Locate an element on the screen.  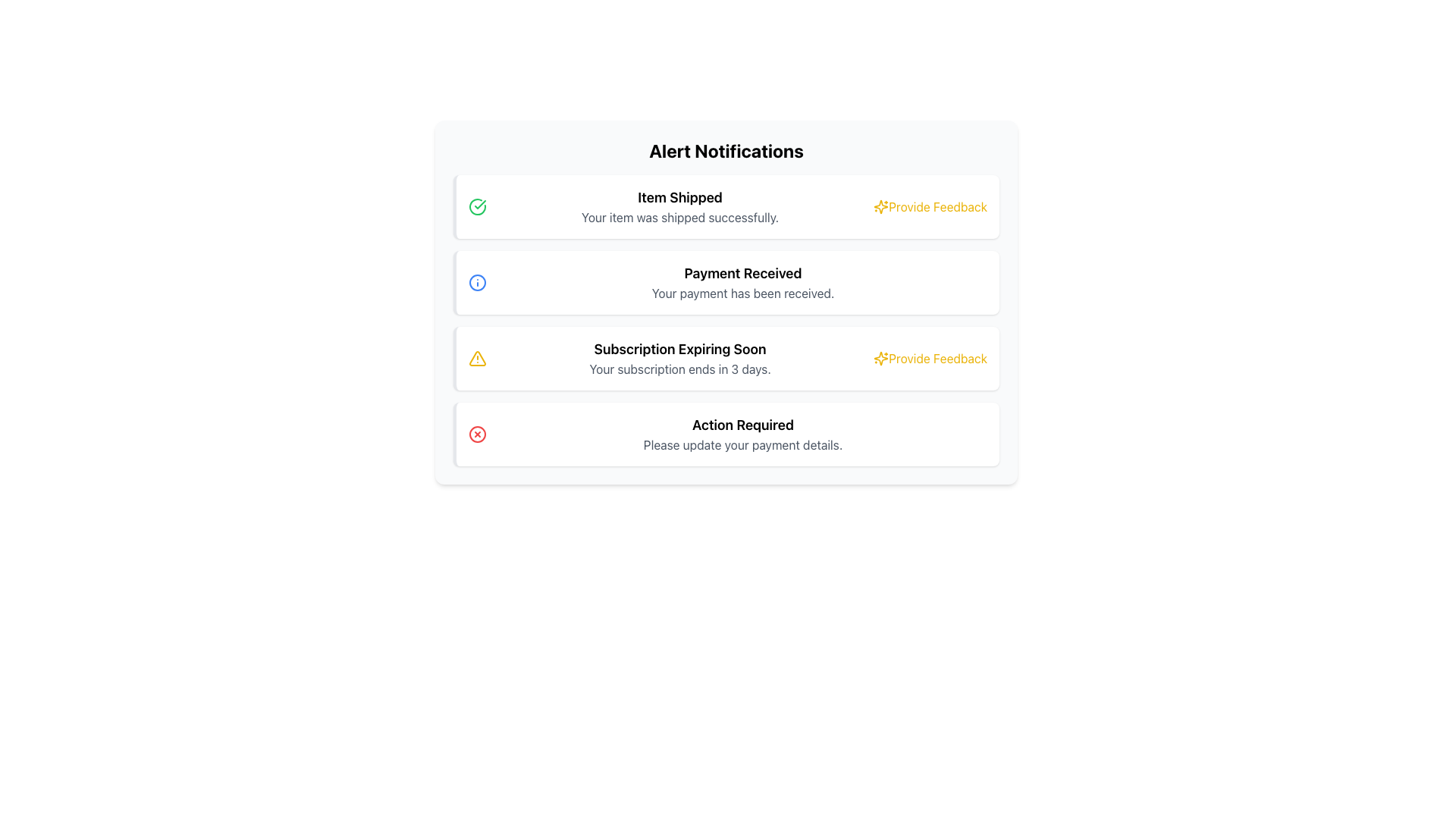
the checkmark graphical icon within the topmost notification item under 'Alert Notifications', indicating that an item has been shipped is located at coordinates (479, 205).